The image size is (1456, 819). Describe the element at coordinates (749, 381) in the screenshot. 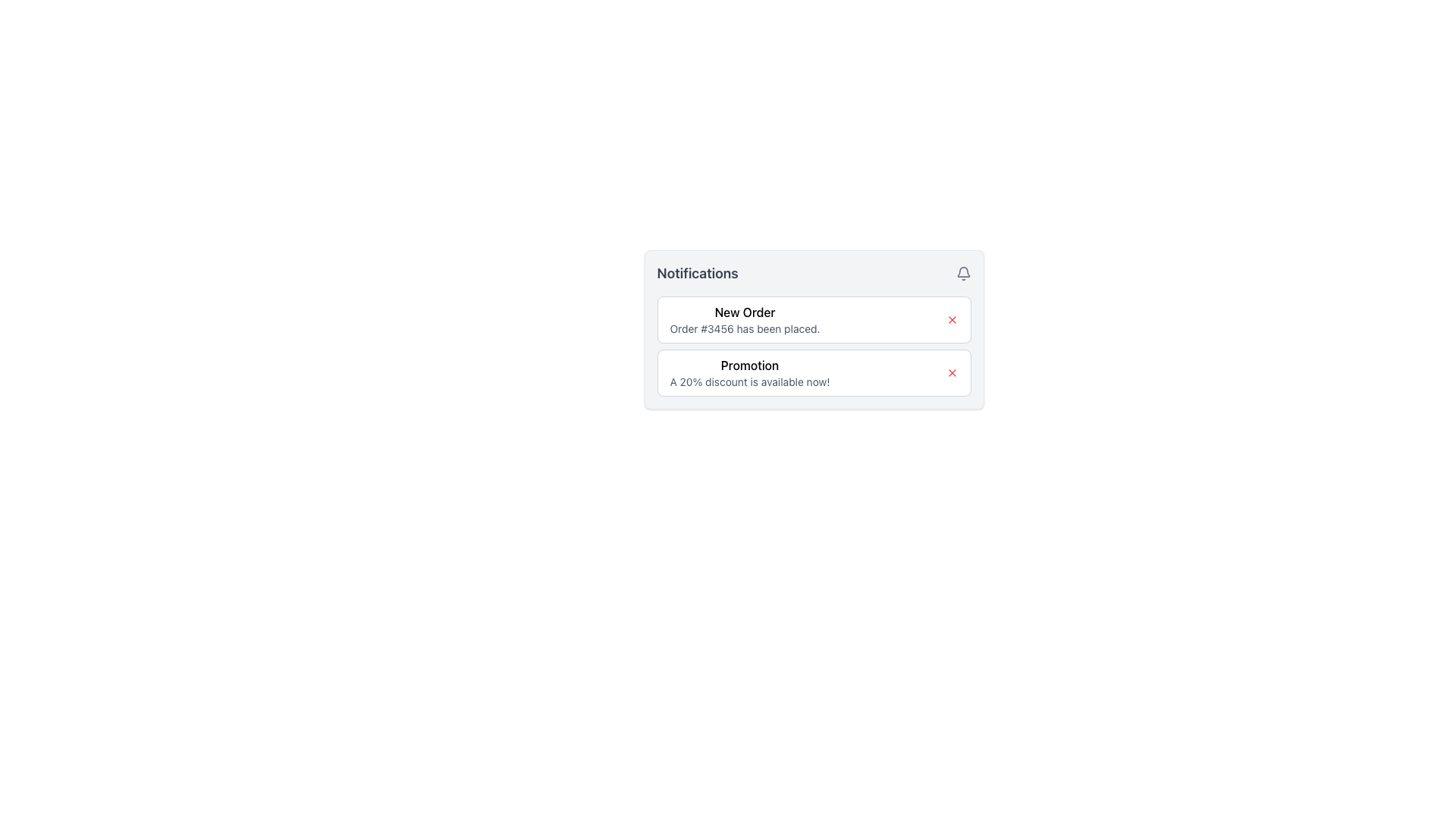

I see `text element that provides additional information about the 20% discount, located to the middle-right of the notification section, following the text 'Promotion'` at that location.